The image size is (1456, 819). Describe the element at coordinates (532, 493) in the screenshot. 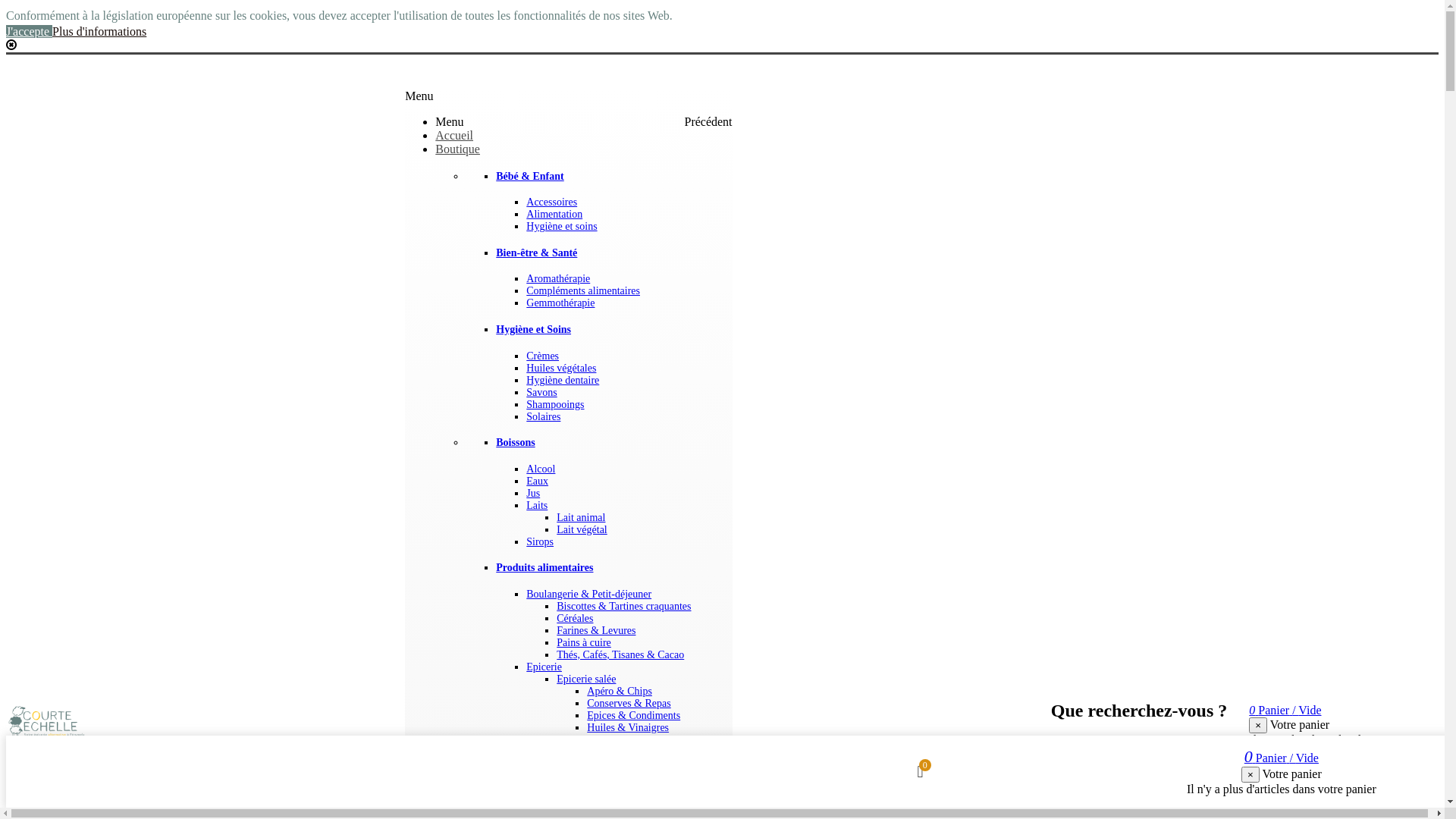

I see `'Jus'` at that location.